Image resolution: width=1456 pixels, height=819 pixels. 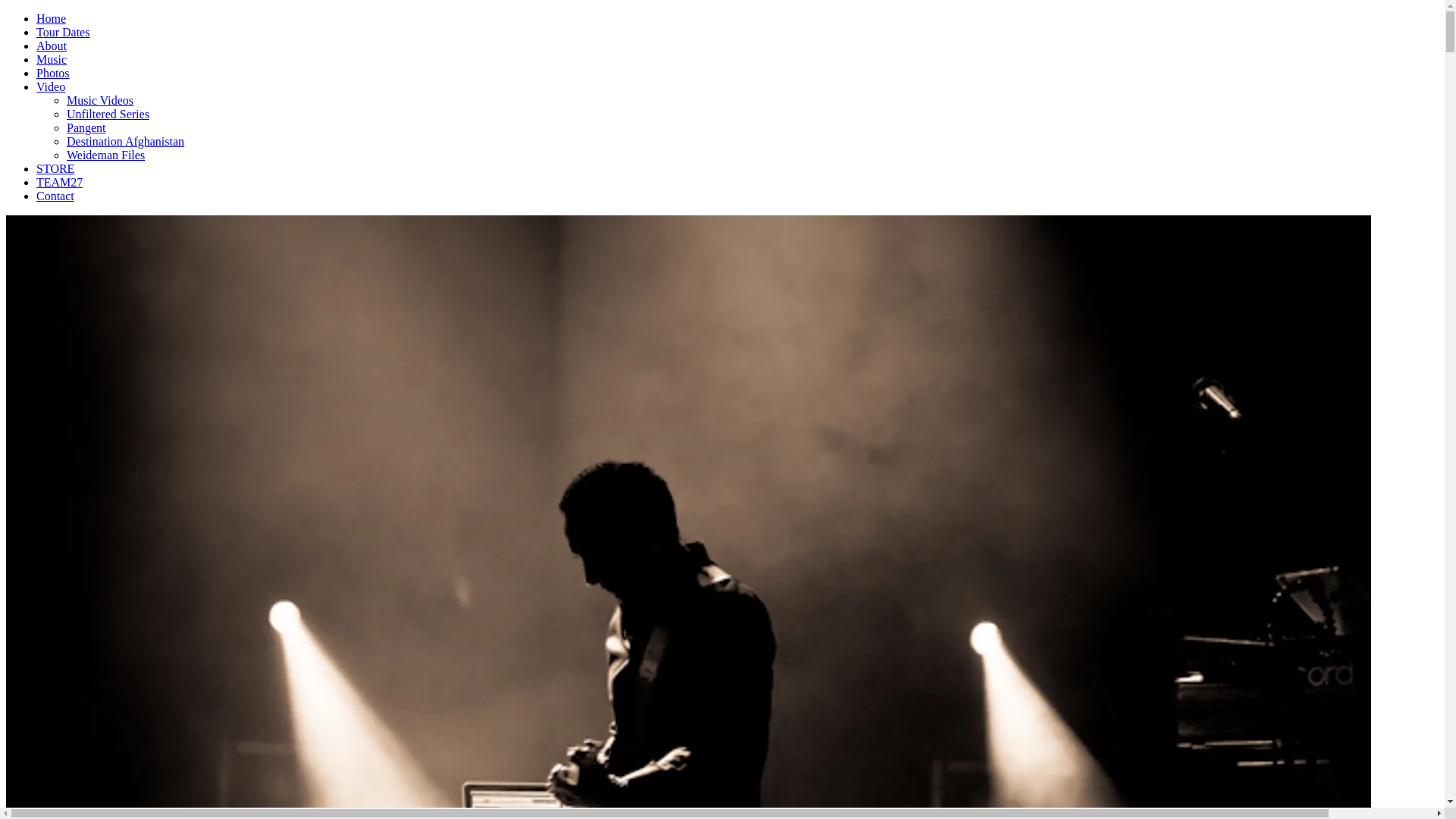 I want to click on 'Weideman Files', so click(x=65, y=155).